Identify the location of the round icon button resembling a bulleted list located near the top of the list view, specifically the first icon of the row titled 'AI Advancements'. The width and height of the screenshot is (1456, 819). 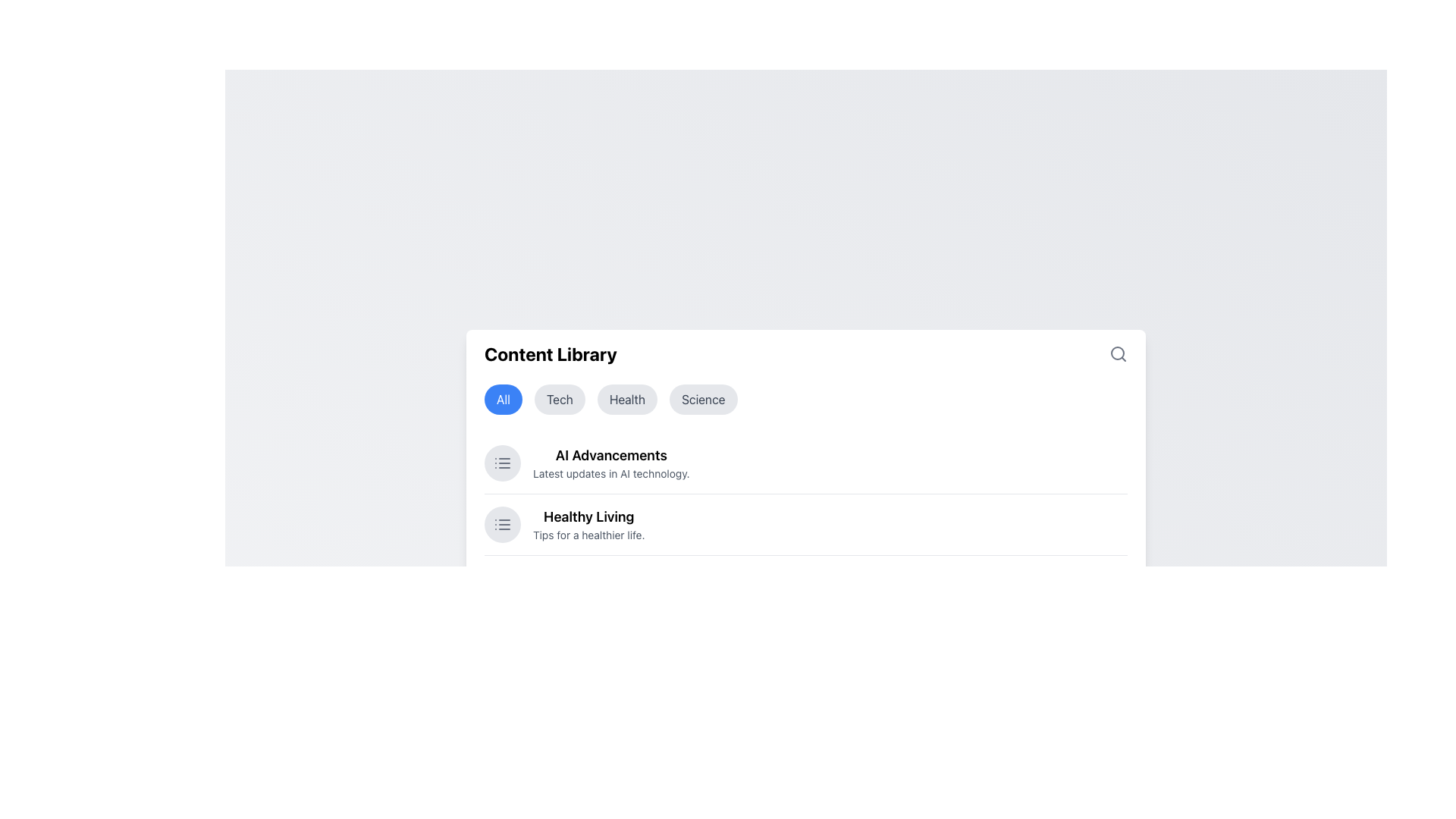
(502, 462).